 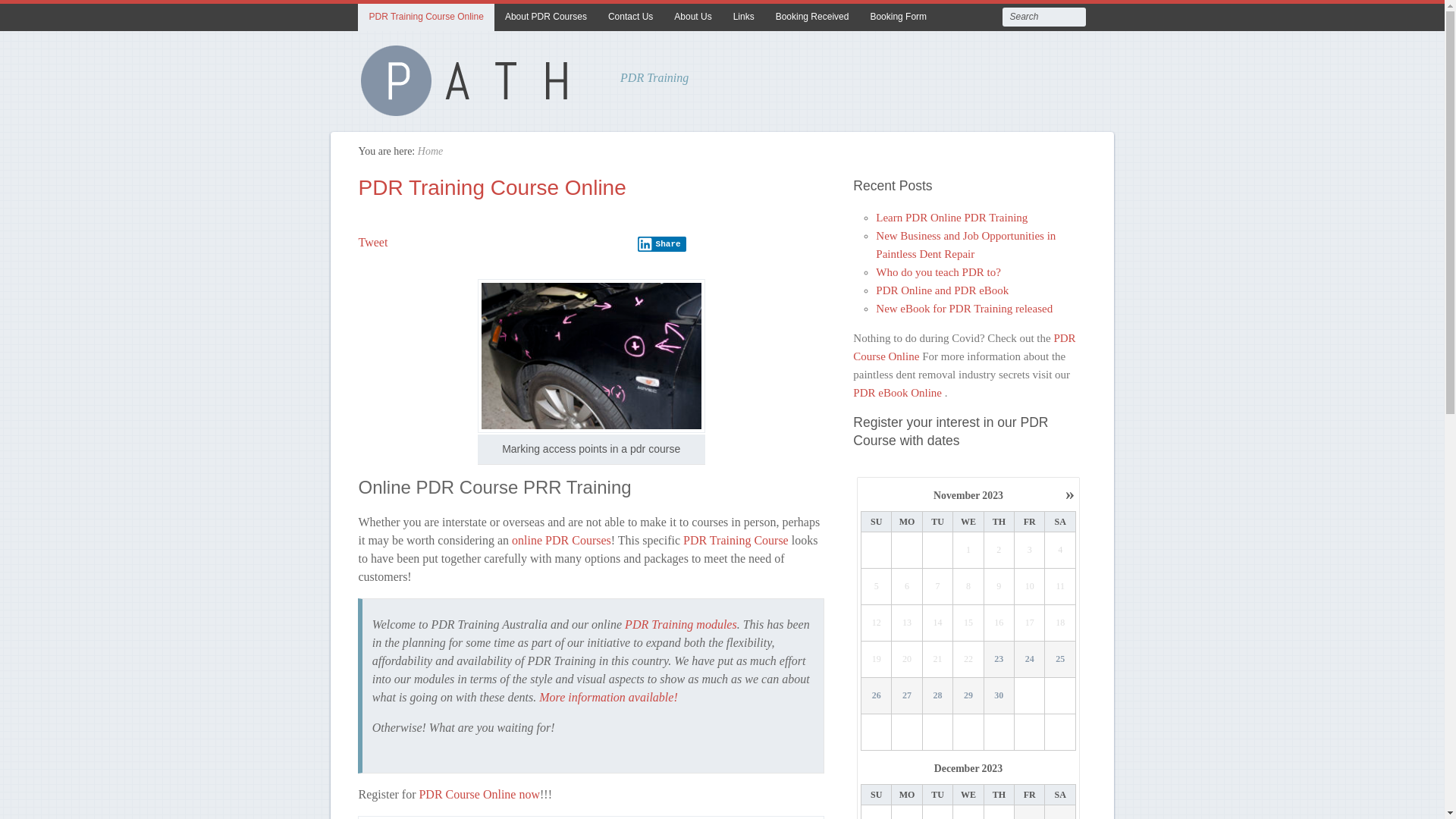 I want to click on 'PDR Online and PDR eBook', so click(x=876, y=290).